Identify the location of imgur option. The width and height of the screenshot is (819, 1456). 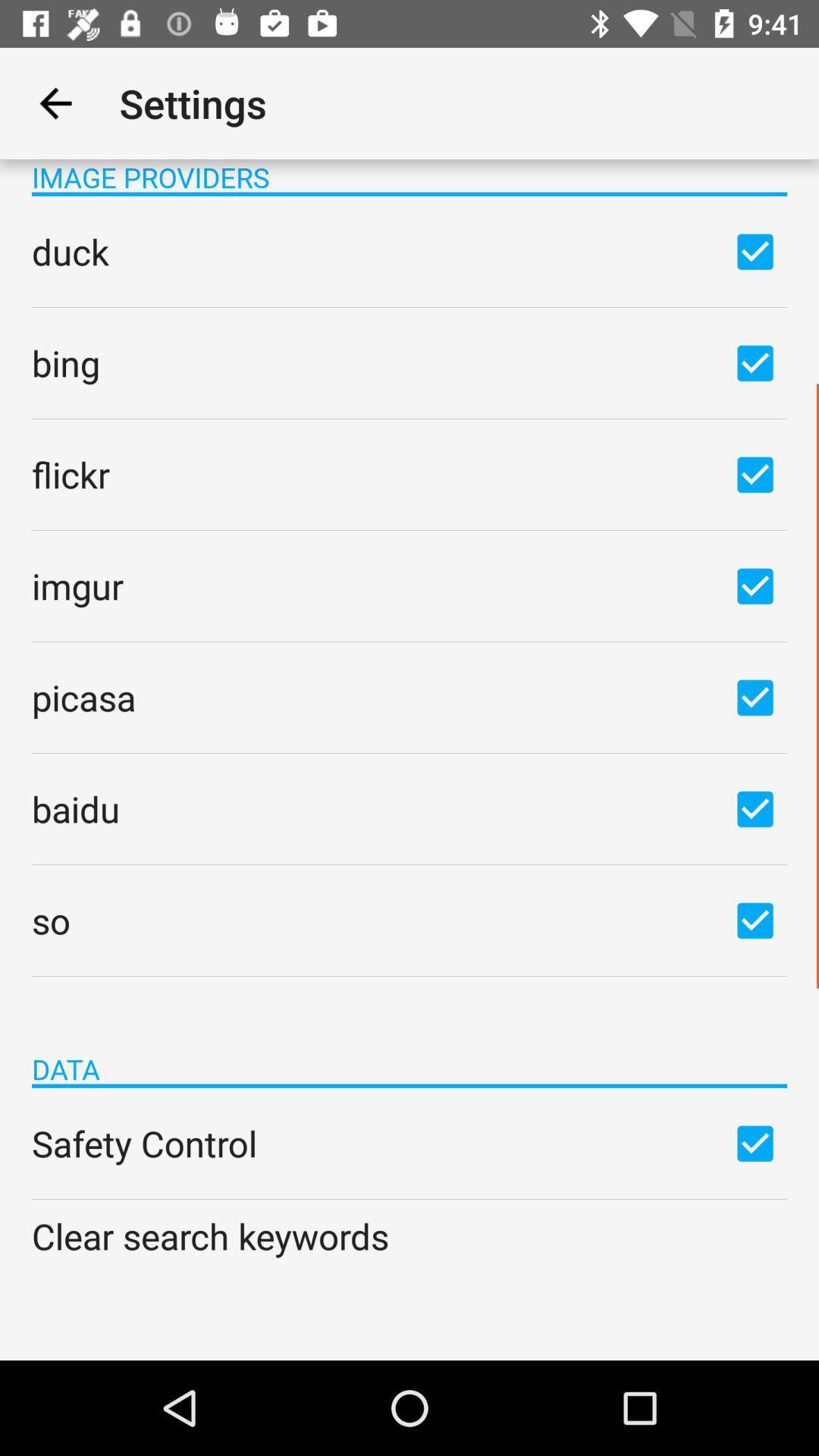
(755, 585).